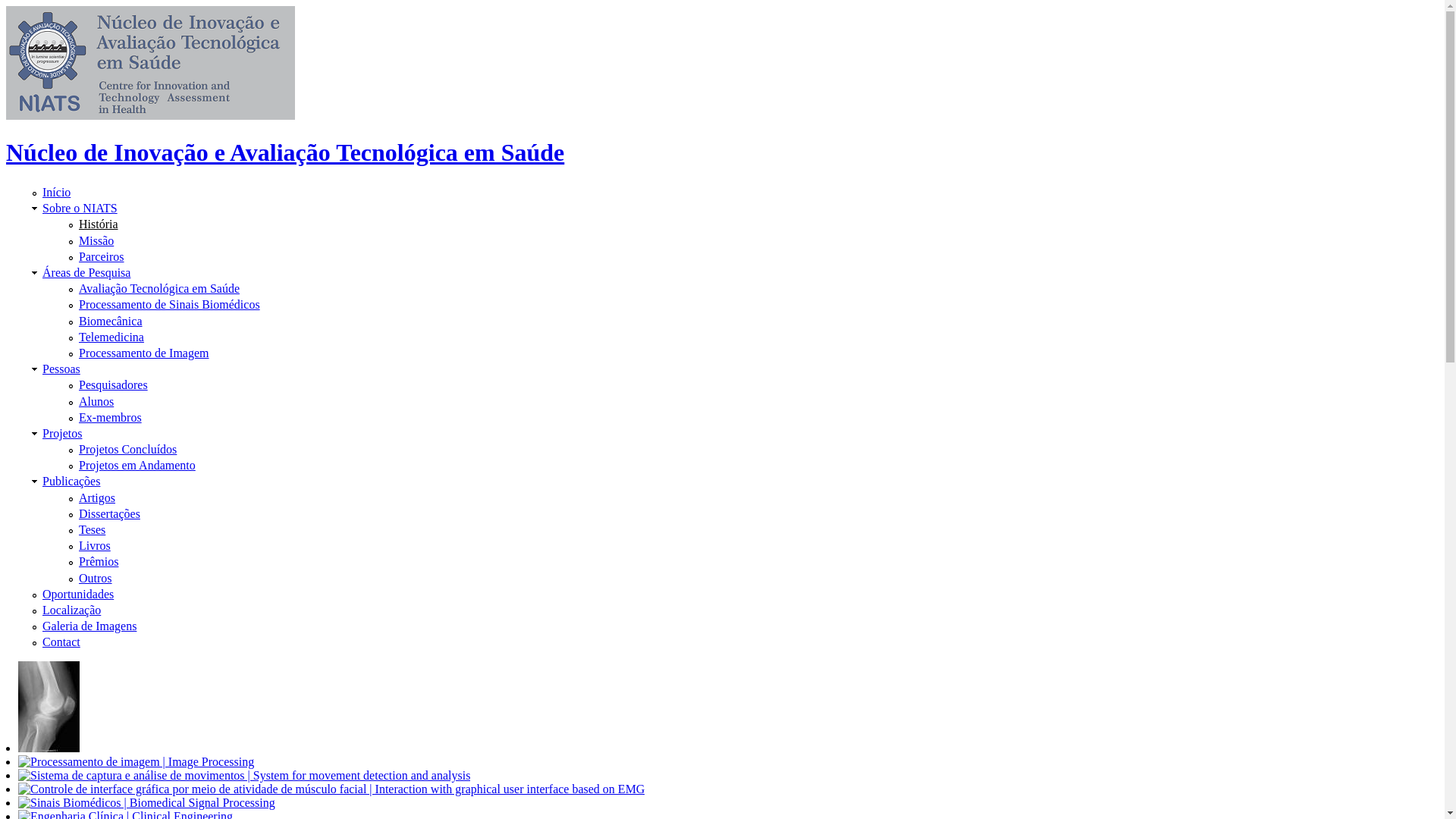 This screenshot has width=1456, height=819. I want to click on 'Projetos em Andamento', so click(137, 464).